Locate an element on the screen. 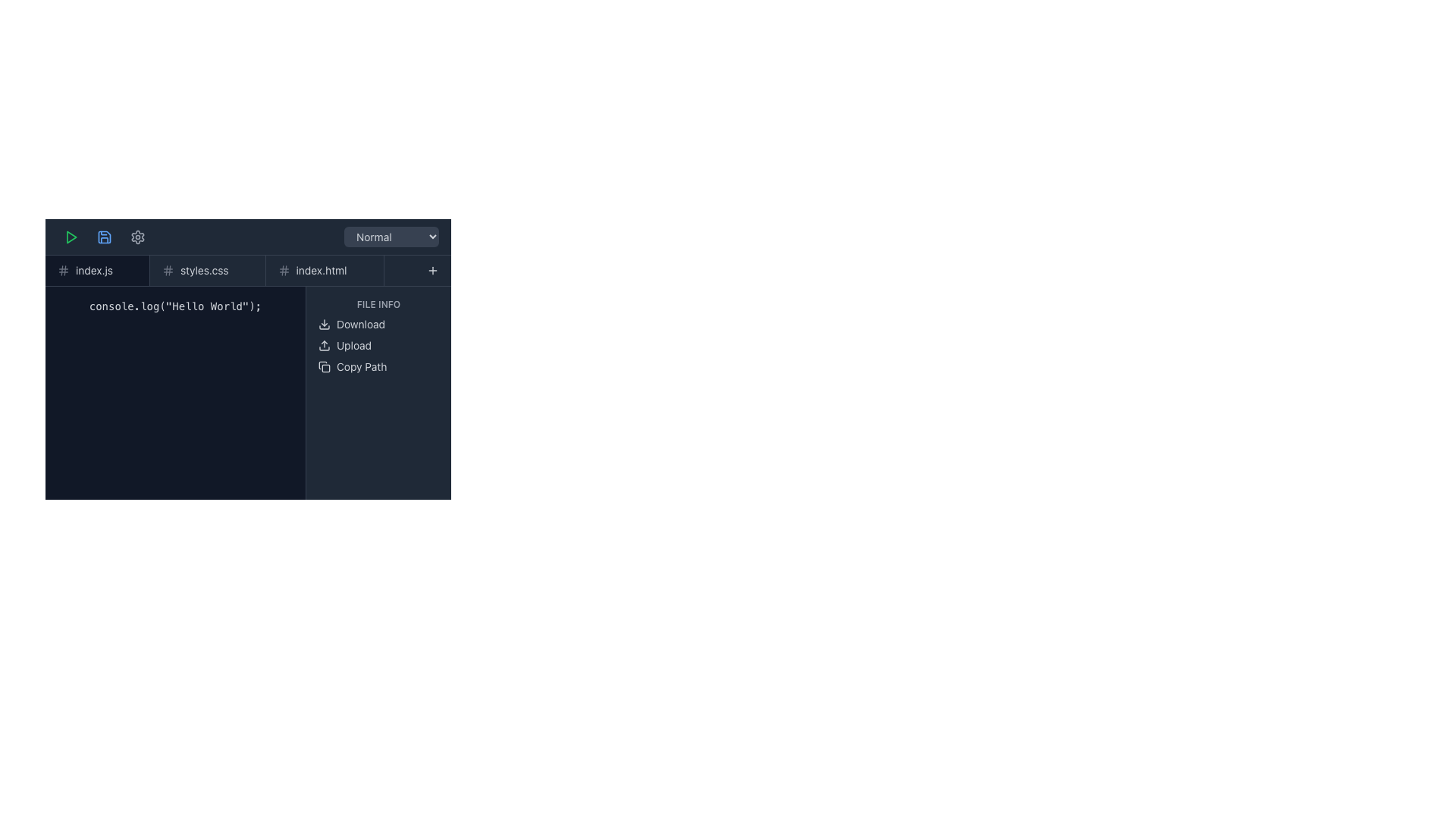 Image resolution: width=1456 pixels, height=819 pixels. the 'styles.css' tab in the tabbed interface to trigger hover-specific actions is located at coordinates (207, 270).